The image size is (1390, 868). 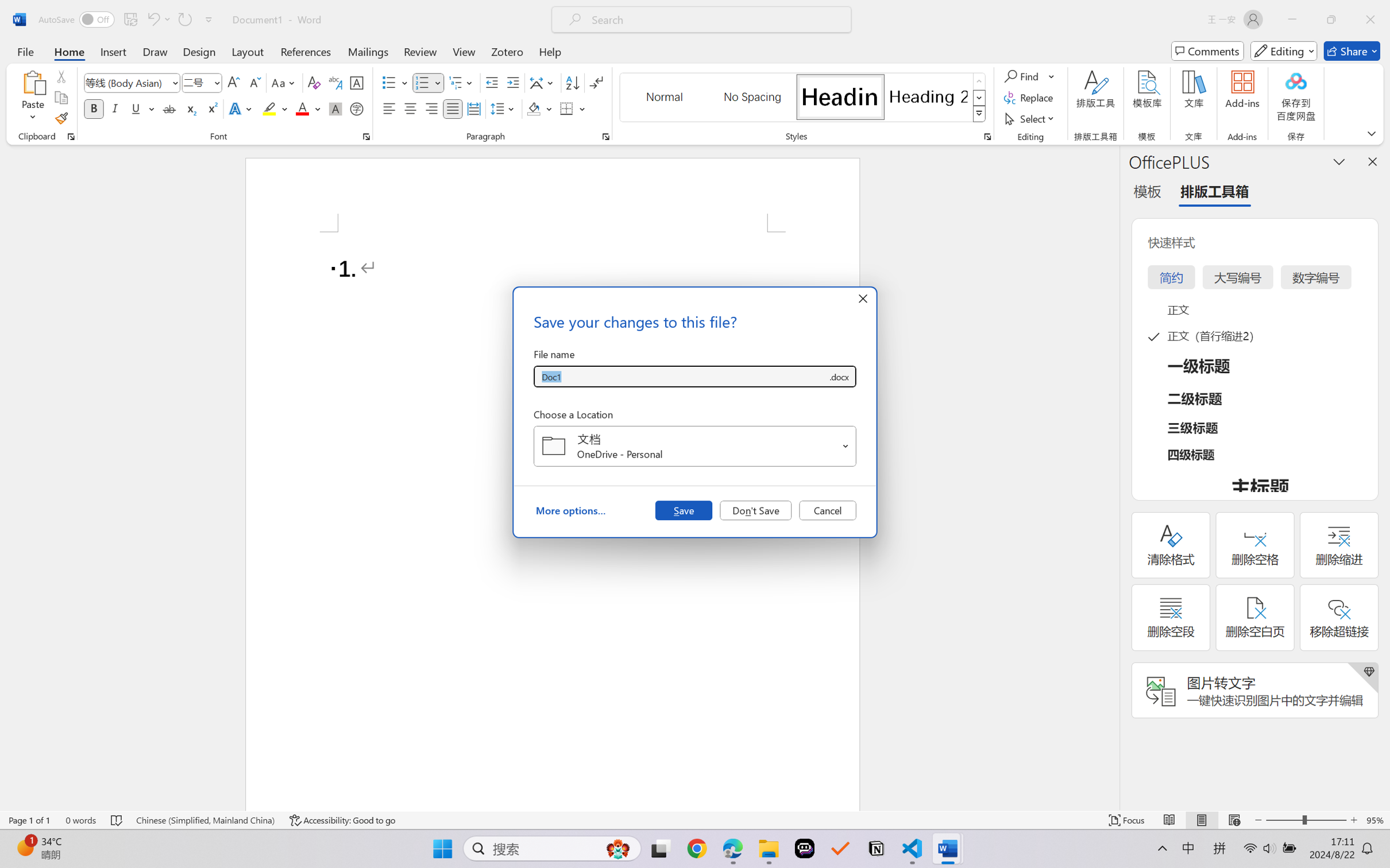 I want to click on 'Zoom 95%', so click(x=1375, y=820).